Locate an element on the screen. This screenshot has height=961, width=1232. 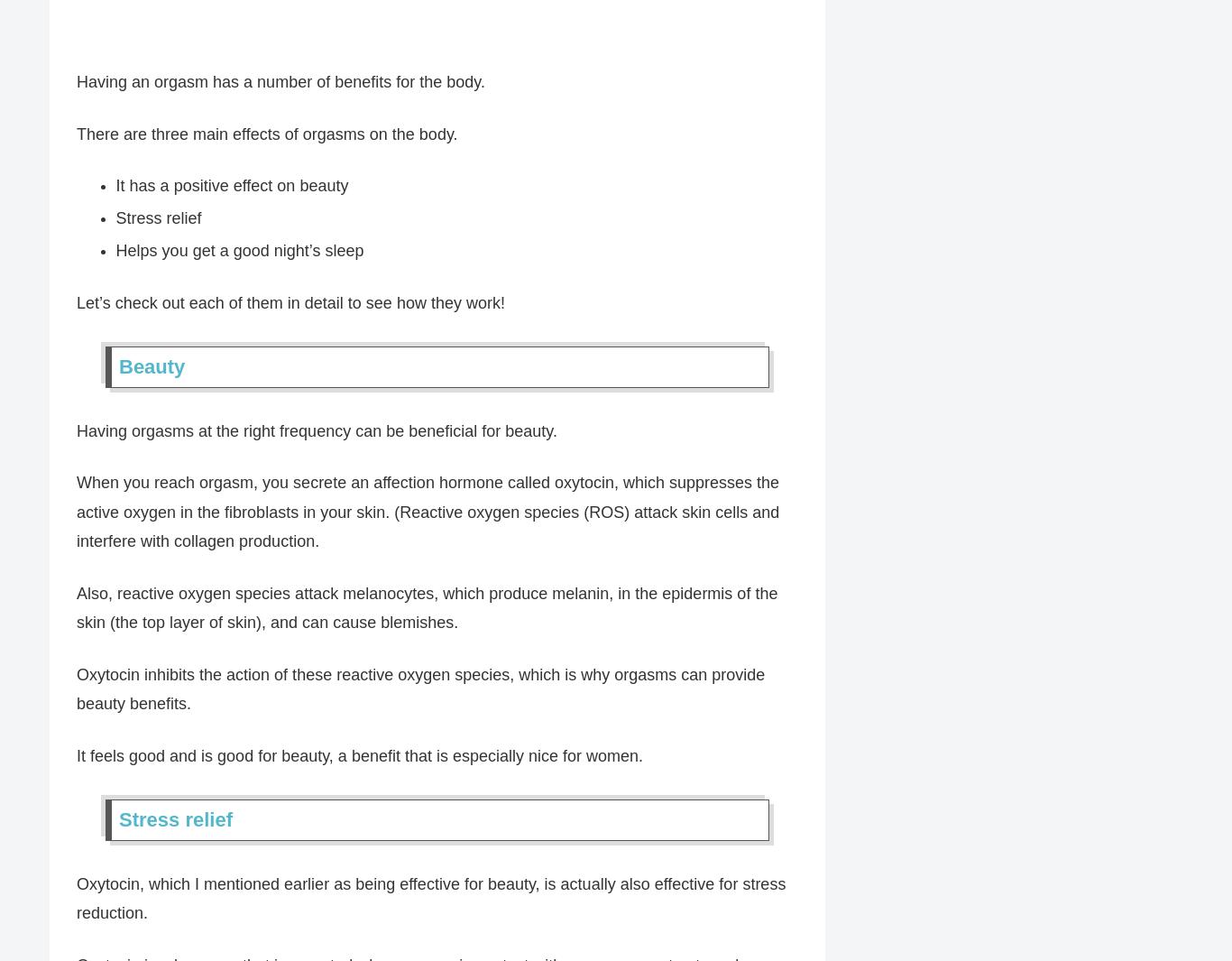
'Having orgasms at the right frequency can be beneficial for beauty.' is located at coordinates (316, 431).